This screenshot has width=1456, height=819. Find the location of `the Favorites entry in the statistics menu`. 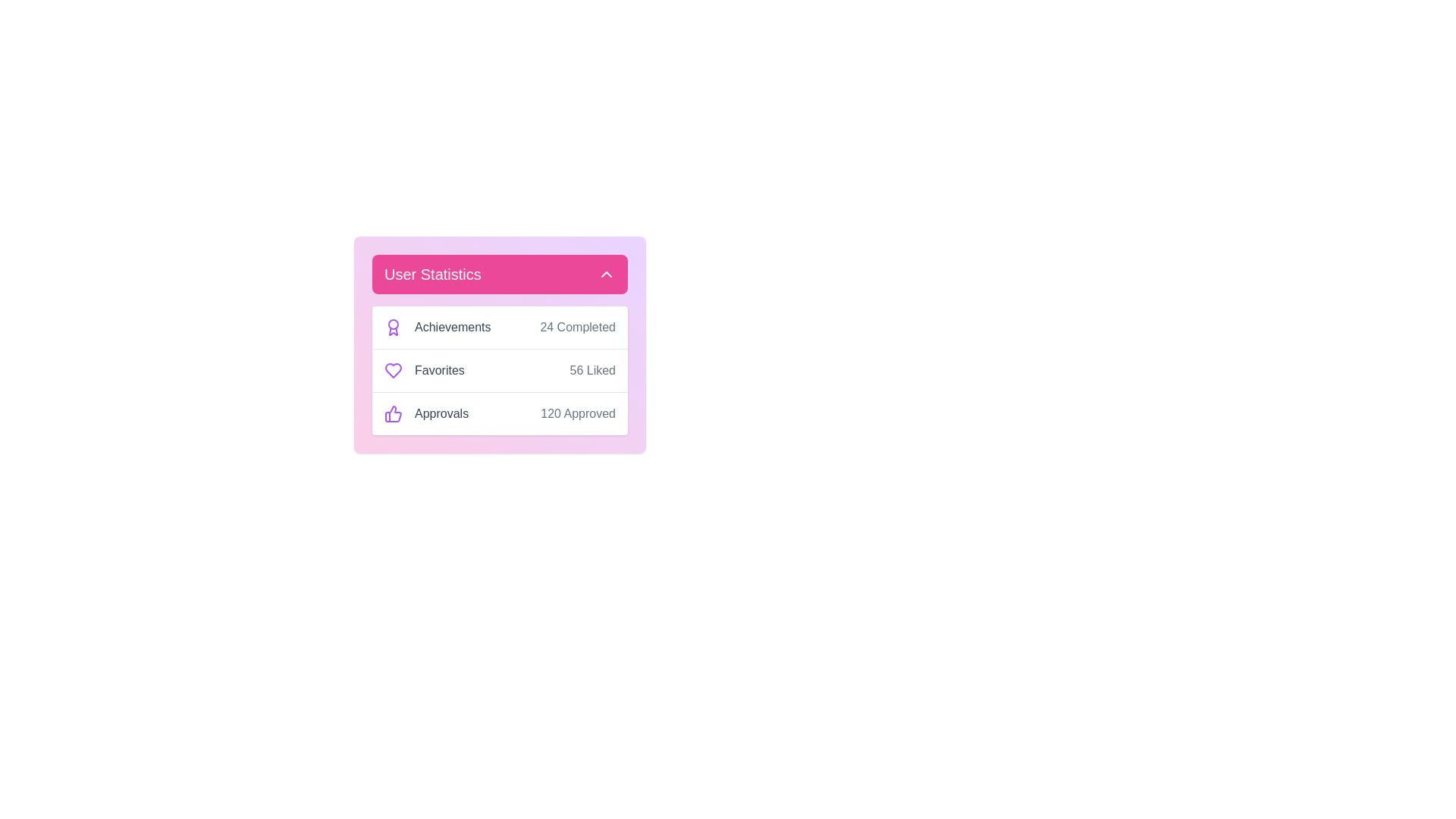

the Favorites entry in the statistics menu is located at coordinates (500, 370).